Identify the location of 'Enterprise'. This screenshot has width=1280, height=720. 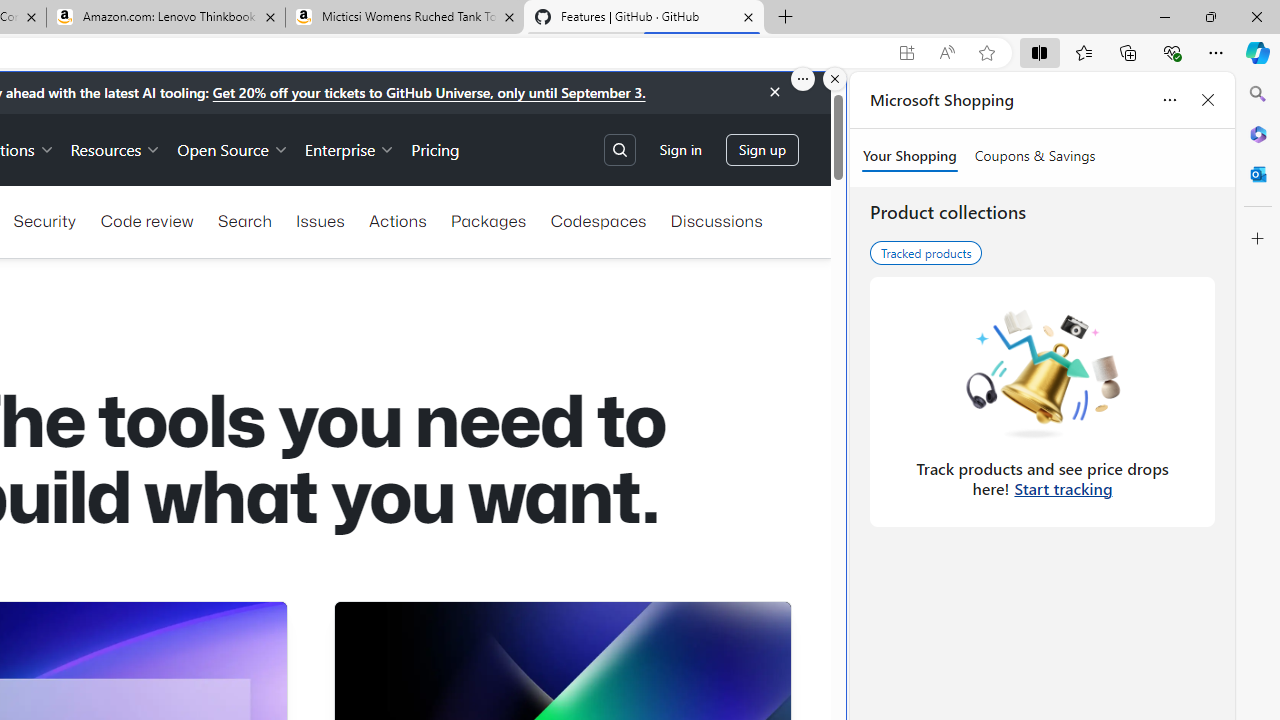
(350, 148).